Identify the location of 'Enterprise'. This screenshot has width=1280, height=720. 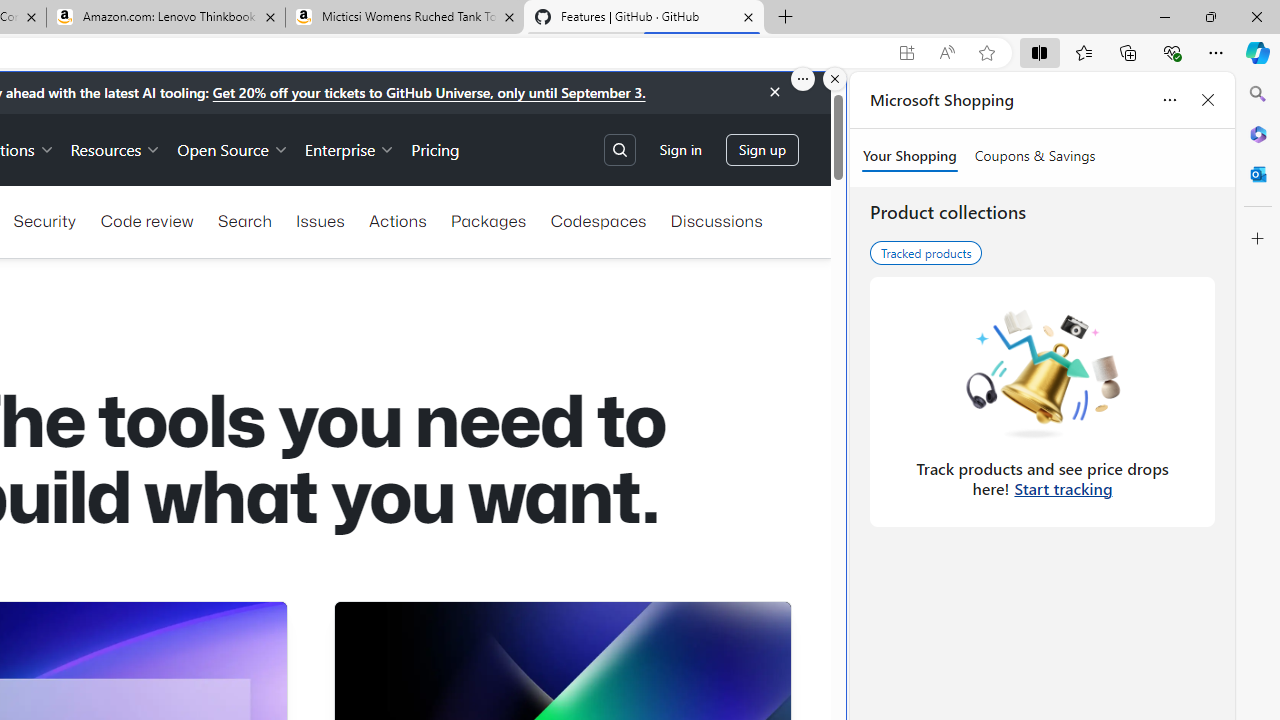
(350, 148).